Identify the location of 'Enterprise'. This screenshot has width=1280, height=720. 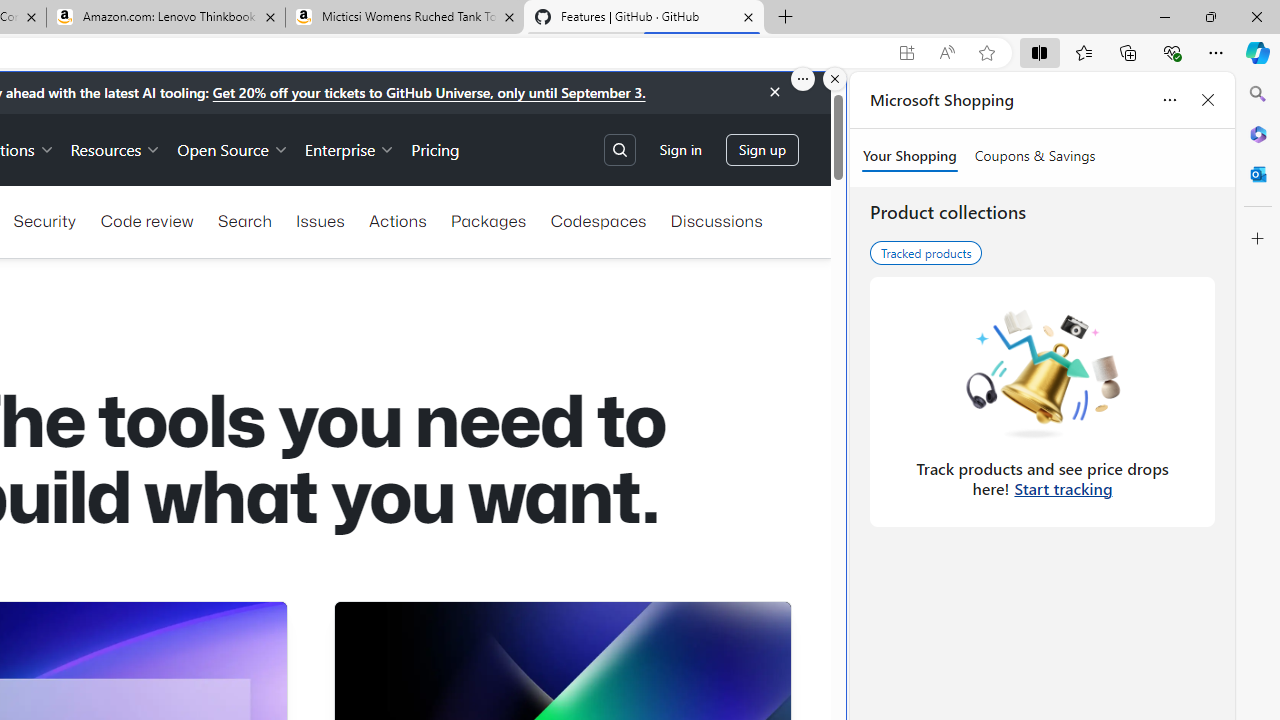
(350, 148).